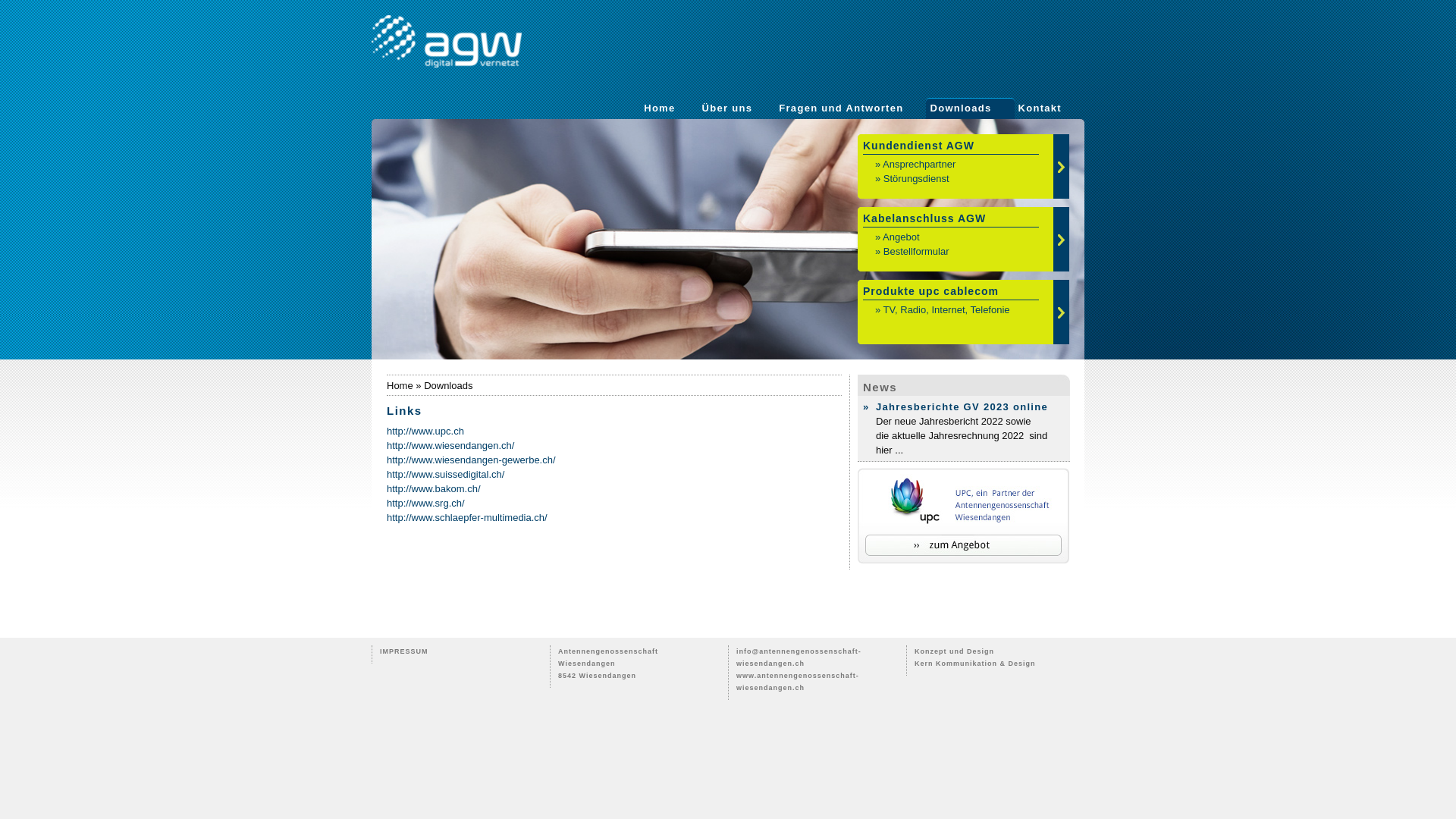 This screenshot has width=1456, height=819. Describe the element at coordinates (425, 431) in the screenshot. I see `'http://www.upc.ch'` at that location.